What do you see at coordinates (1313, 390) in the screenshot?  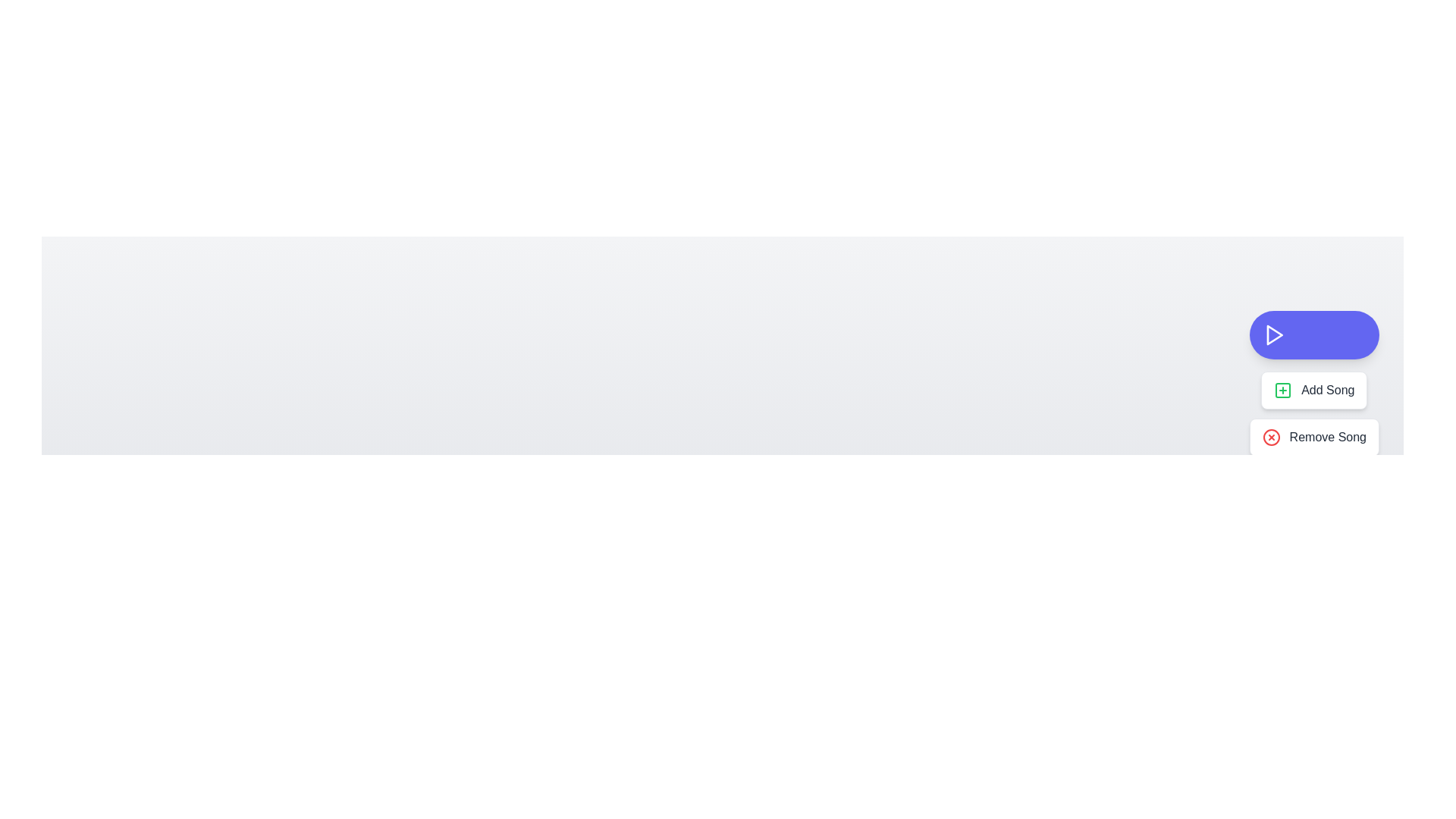 I see `the 'Add Song' button` at bounding box center [1313, 390].